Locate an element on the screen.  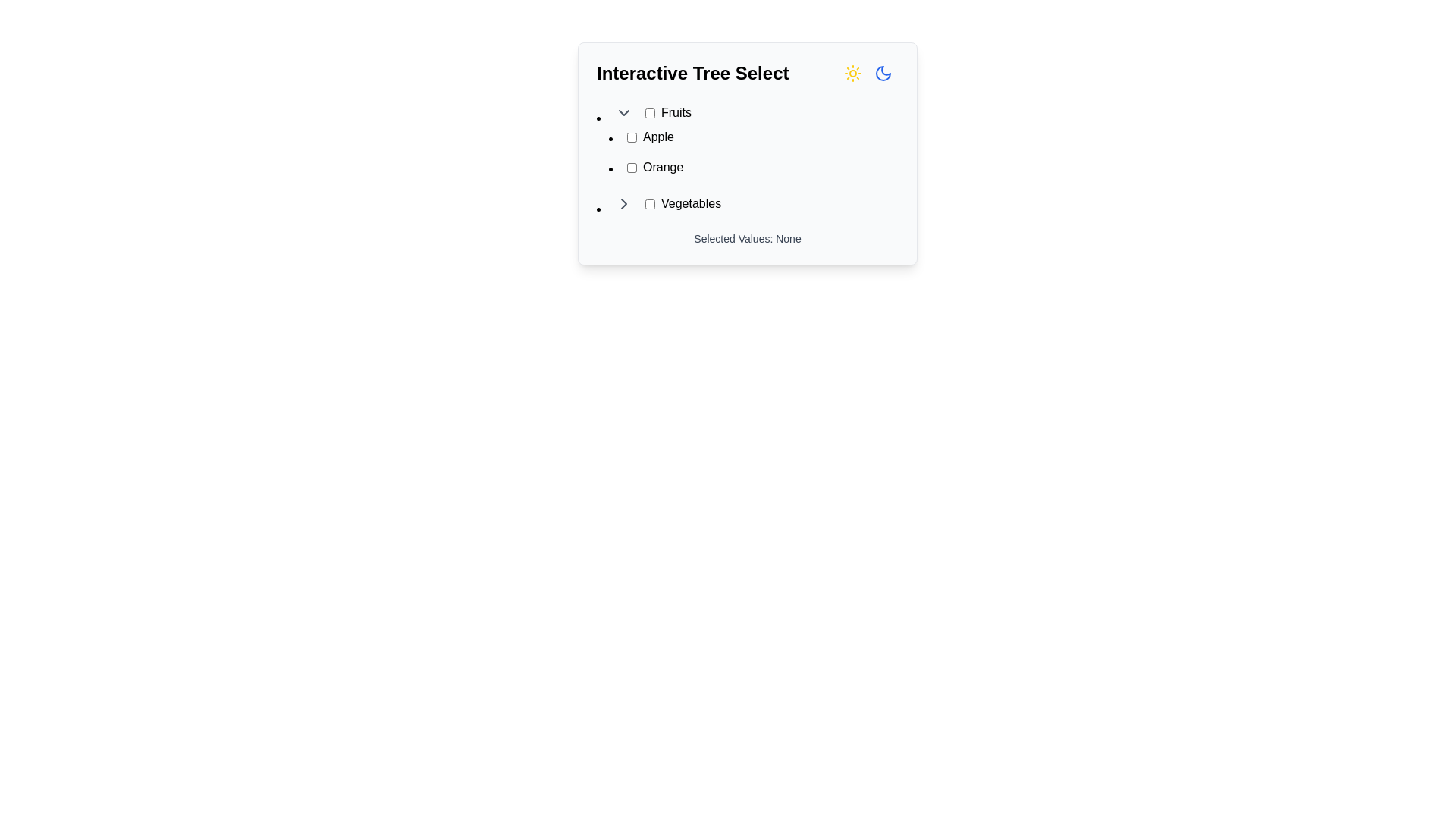
the text label that serves as a header or title for a card or interface section, located at the top-center of the card-like component is located at coordinates (692, 73).